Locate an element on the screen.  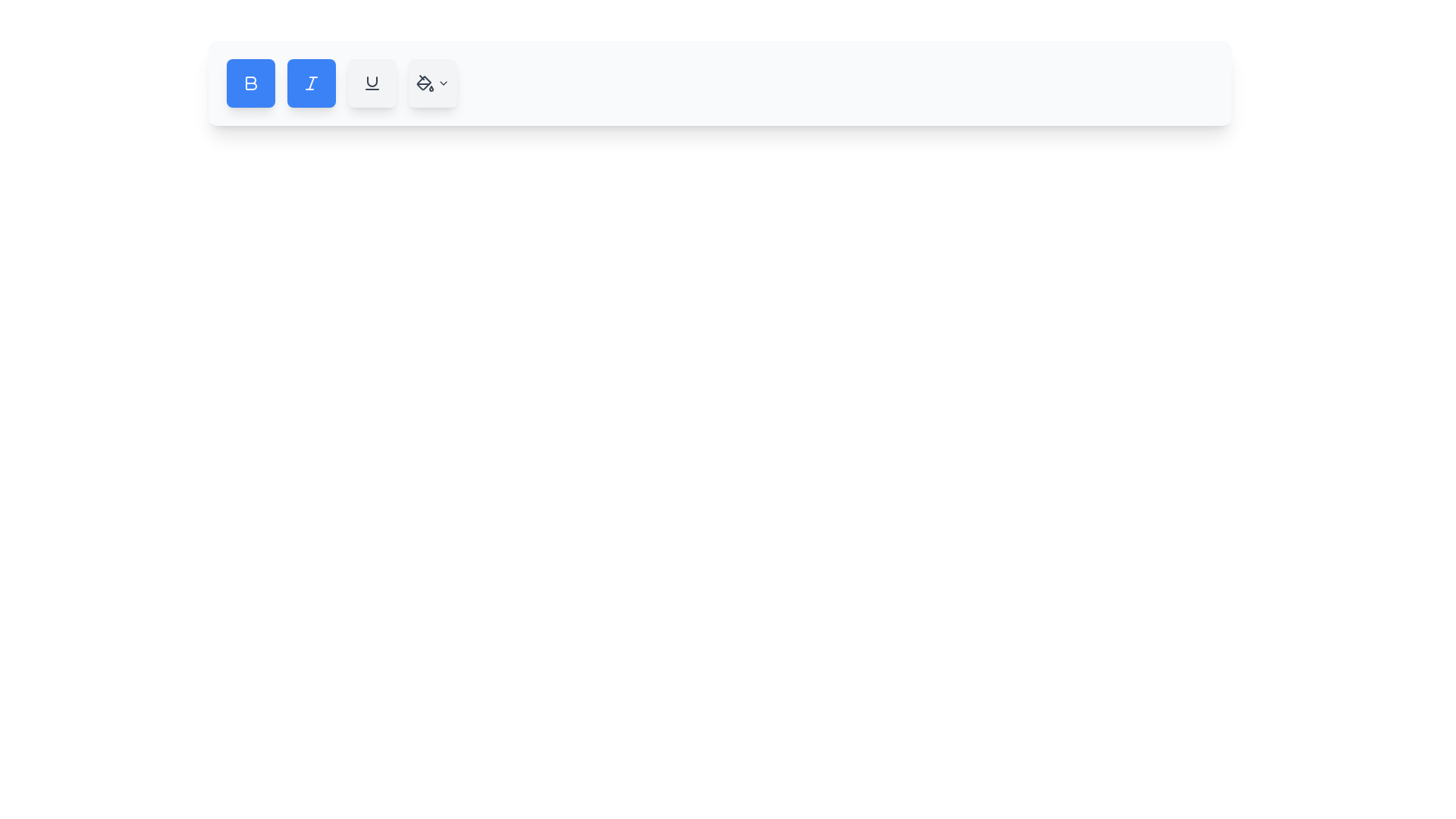
the paint bucket icon with a downward droplet, located within the 'Color' button is located at coordinates (432, 83).